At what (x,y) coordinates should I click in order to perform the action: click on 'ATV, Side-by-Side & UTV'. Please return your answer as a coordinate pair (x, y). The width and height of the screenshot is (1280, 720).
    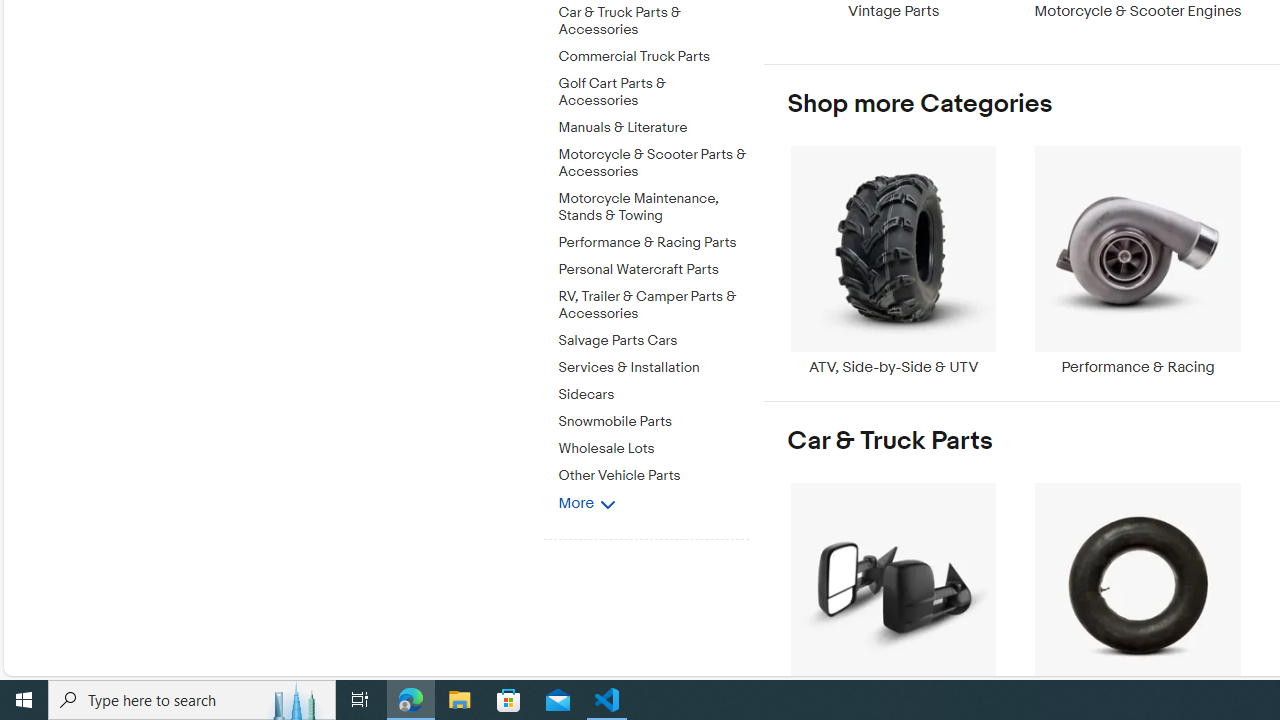
    Looking at the image, I should click on (892, 260).